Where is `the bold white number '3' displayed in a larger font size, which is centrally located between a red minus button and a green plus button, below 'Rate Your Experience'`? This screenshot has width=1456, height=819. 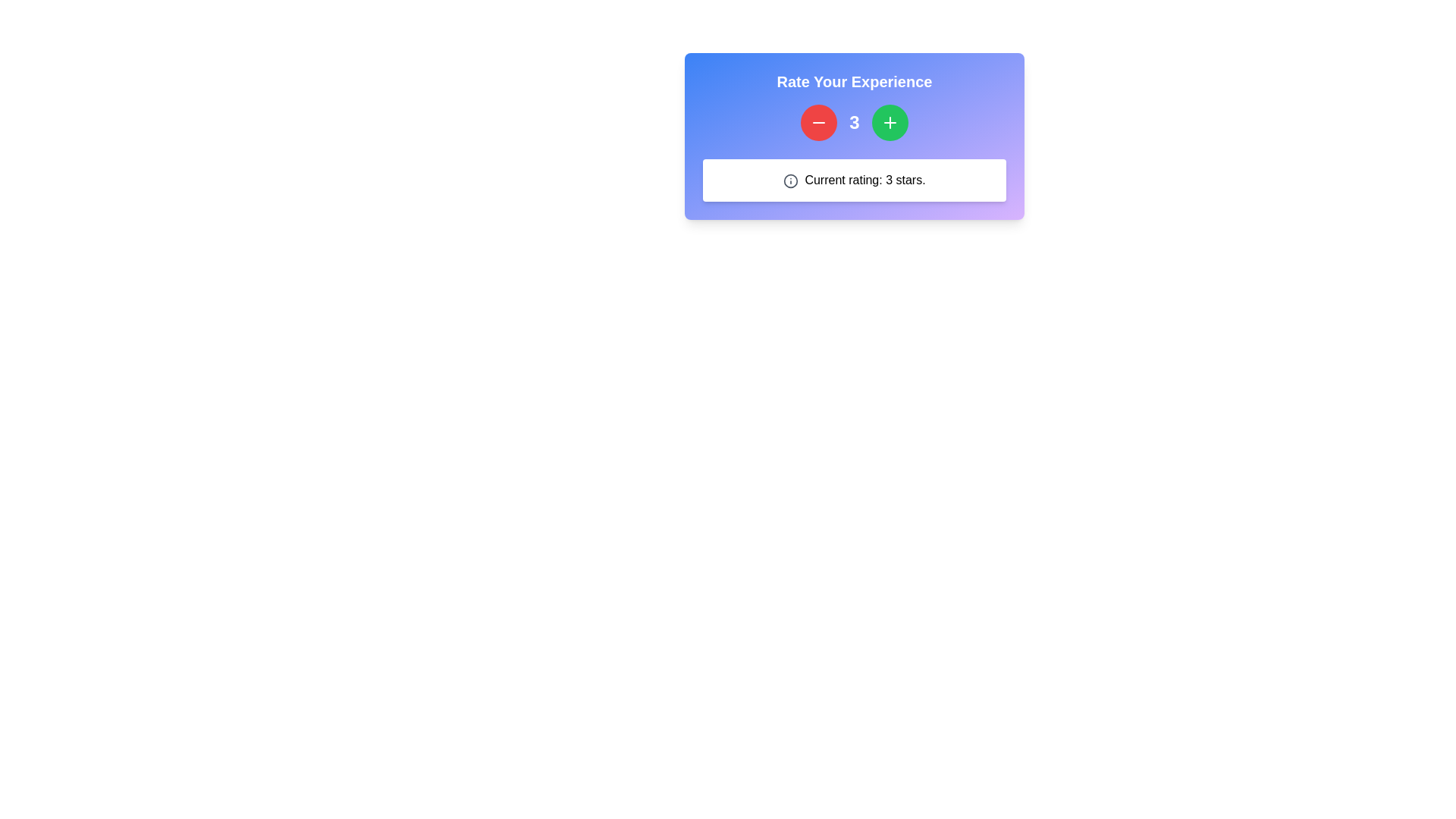 the bold white number '3' displayed in a larger font size, which is centrally located between a red minus button and a green plus button, below 'Rate Your Experience' is located at coordinates (855, 122).